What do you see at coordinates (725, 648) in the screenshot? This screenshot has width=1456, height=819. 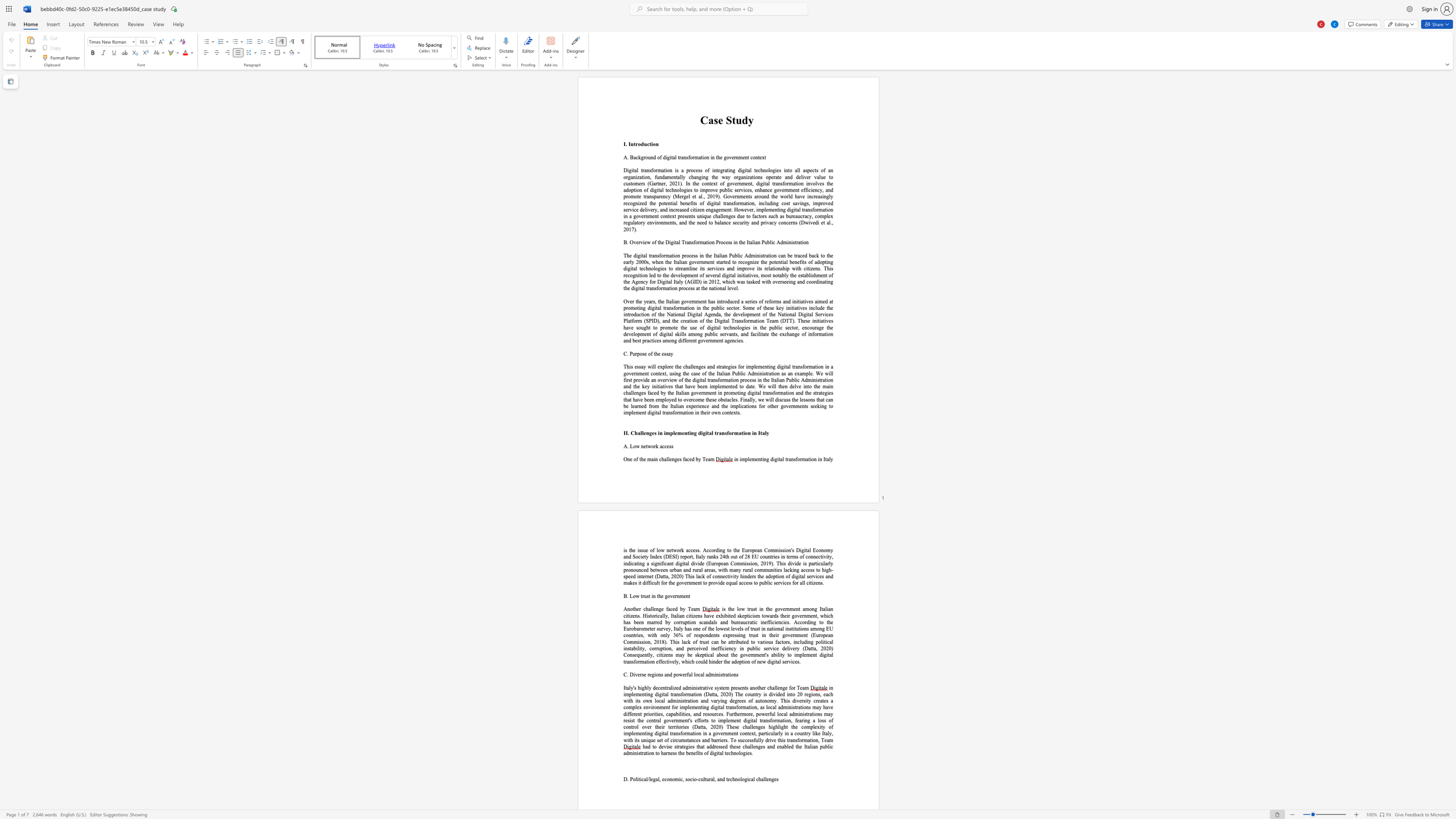 I see `the 12th character "i" in the text` at bounding box center [725, 648].